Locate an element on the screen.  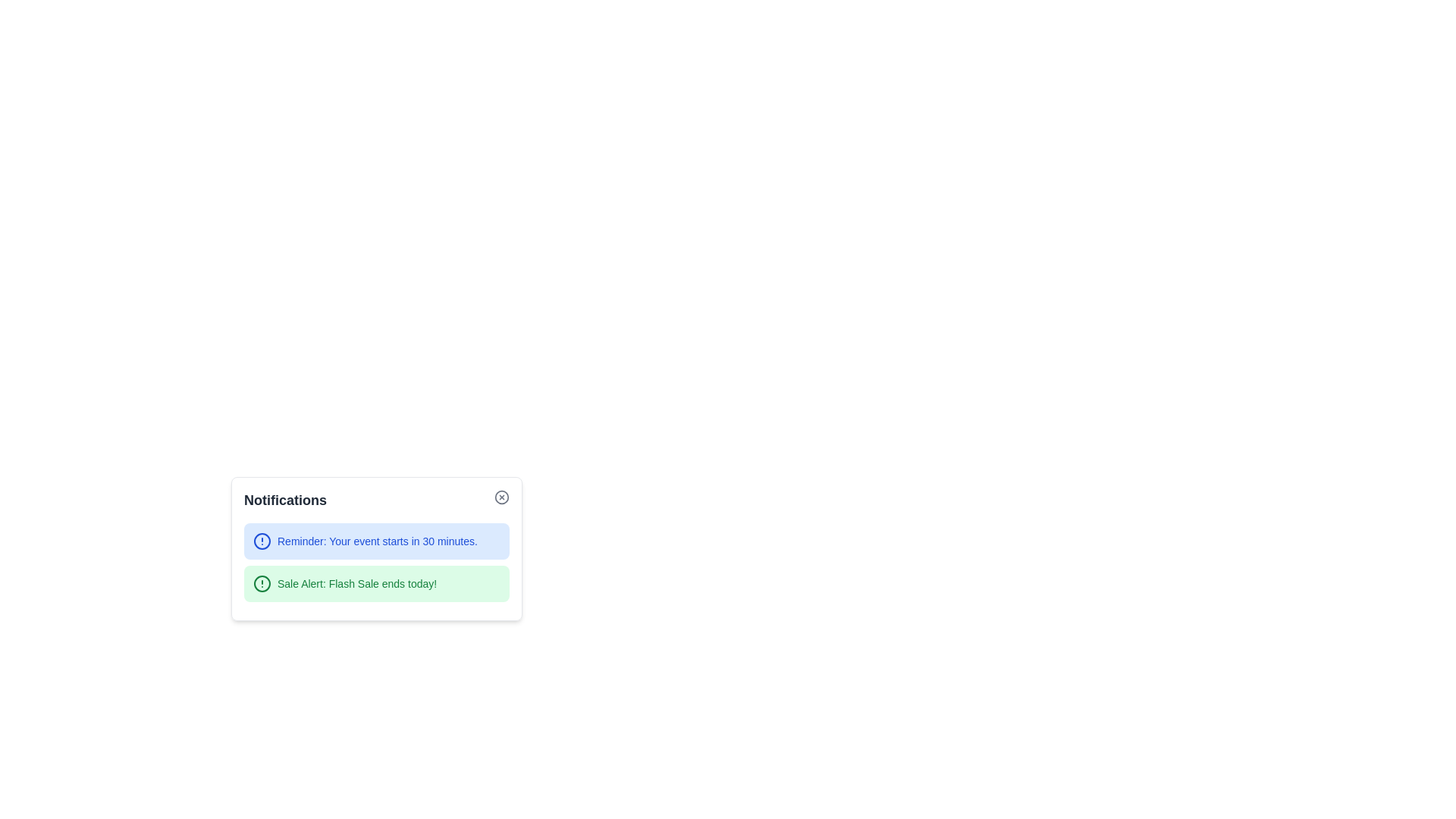
the informational text element that conveys important time-sensitive information about a Flash Sale, located within a green-highlighted warning notification box at the bottom of the interface is located at coordinates (356, 583).